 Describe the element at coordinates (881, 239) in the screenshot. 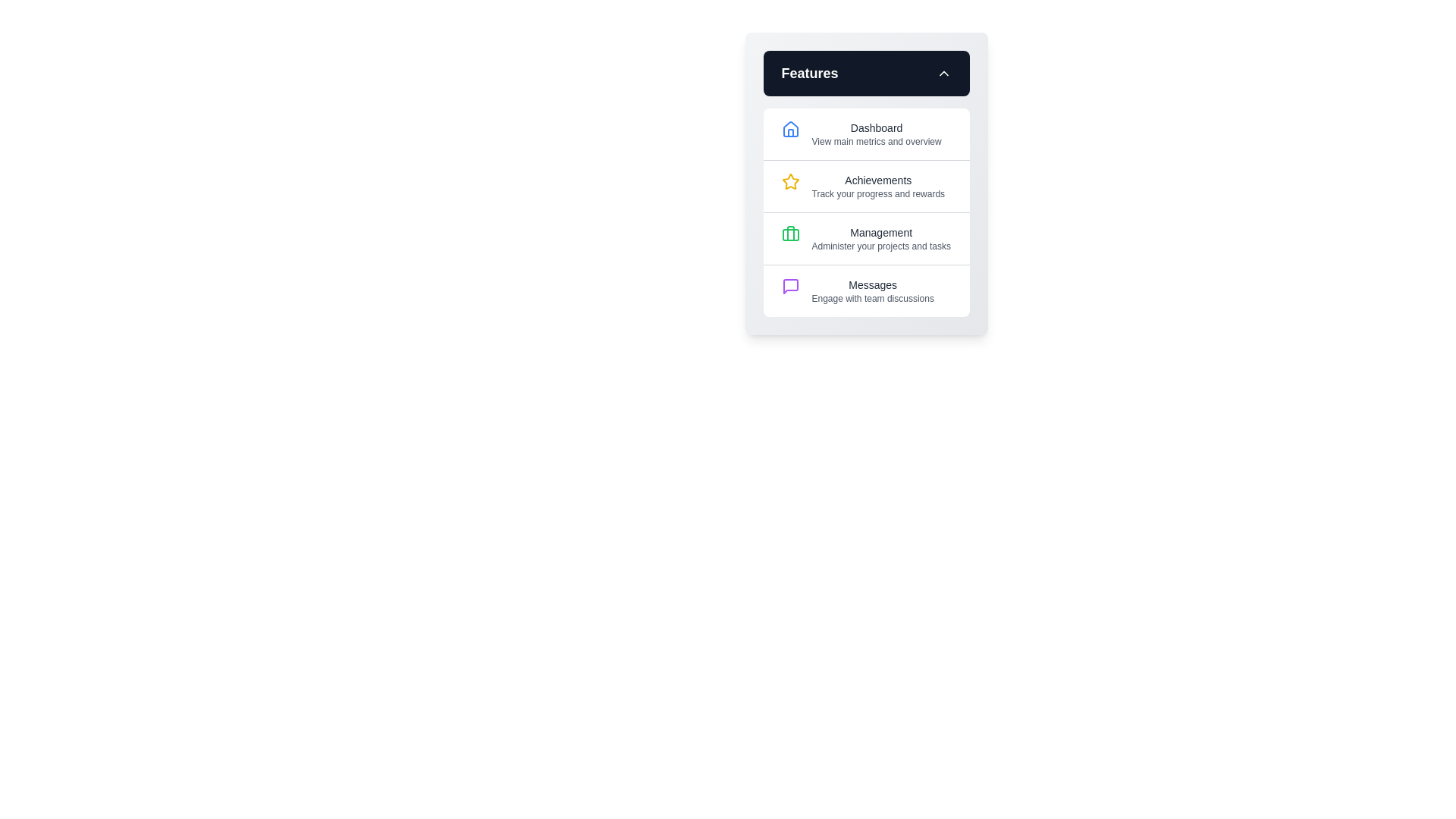

I see `the 'Management' text label, which is the third entry under the 'Features' section` at that location.